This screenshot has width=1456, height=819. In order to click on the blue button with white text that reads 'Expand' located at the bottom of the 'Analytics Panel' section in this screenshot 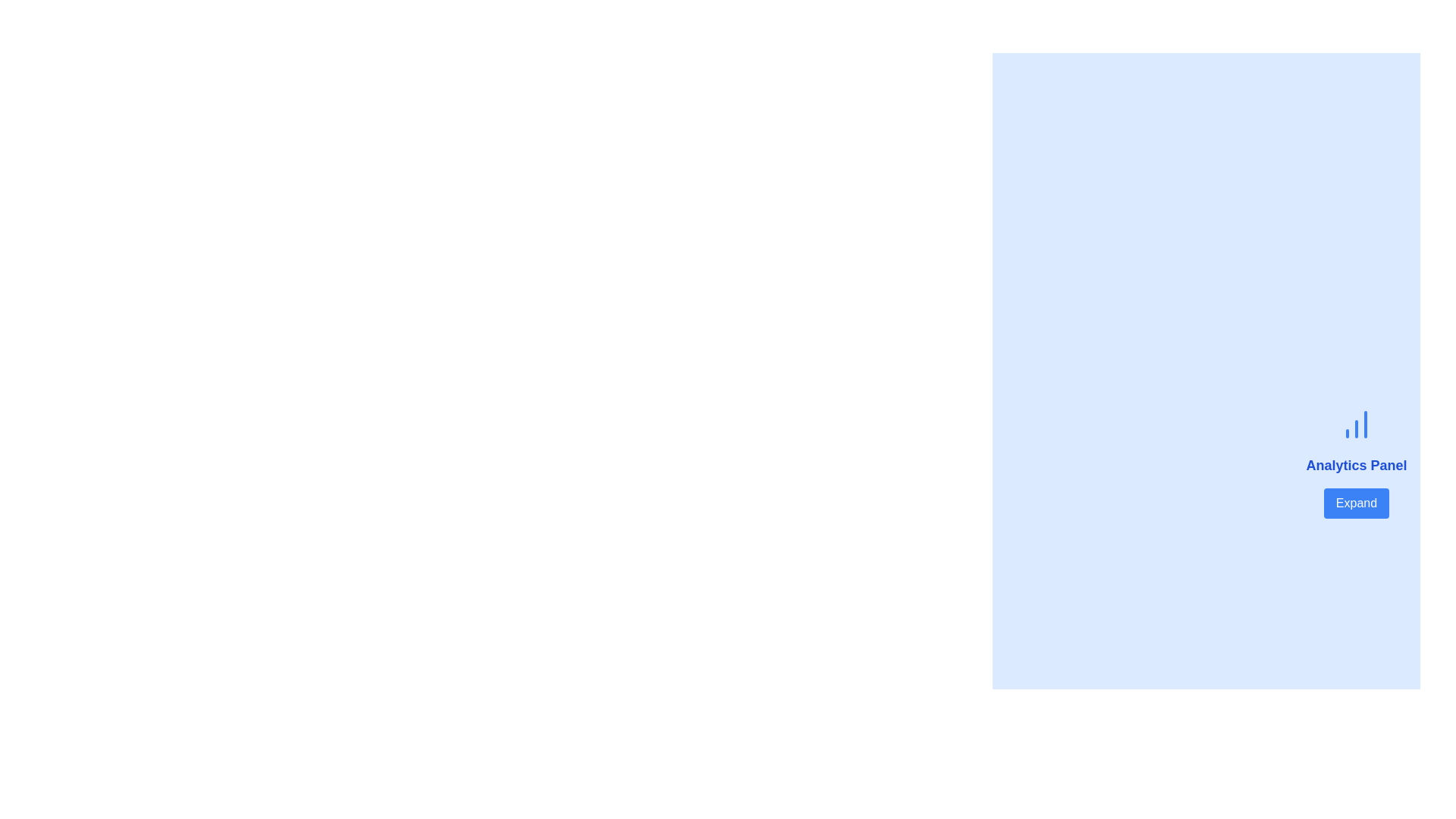, I will do `click(1356, 503)`.